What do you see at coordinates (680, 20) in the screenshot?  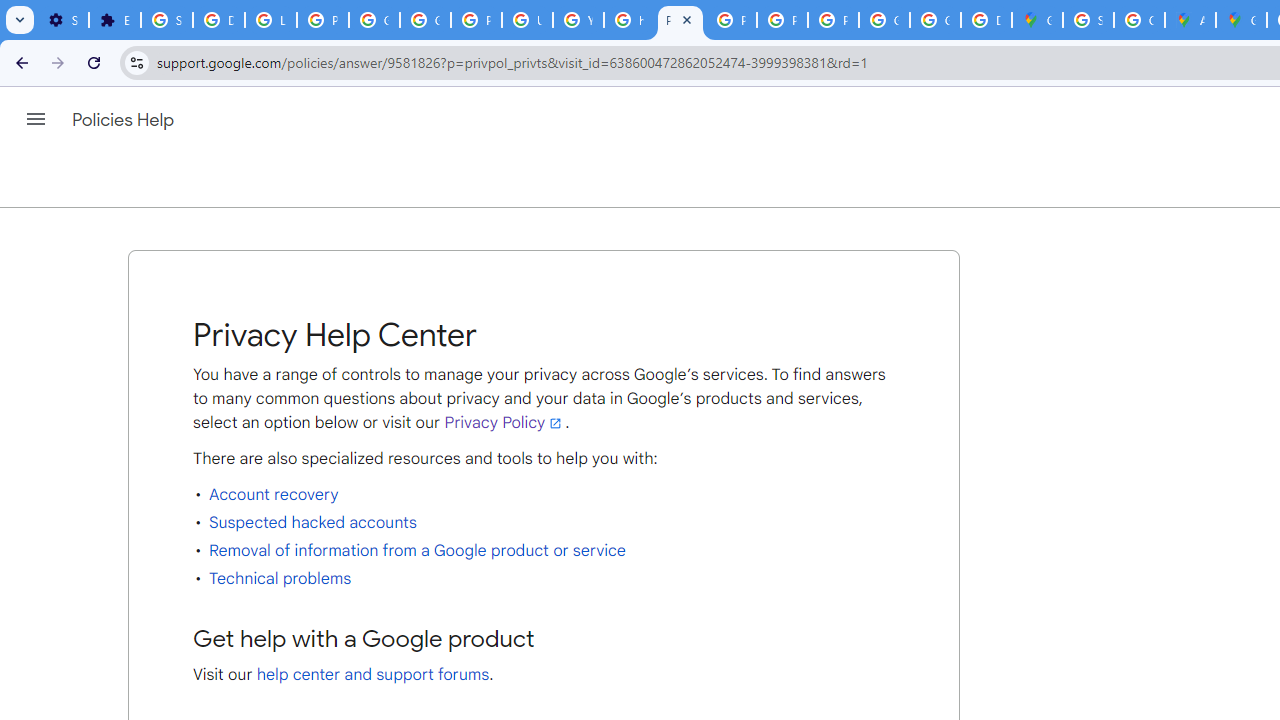 I see `'Privacy Help Center - Policies Help'` at bounding box center [680, 20].